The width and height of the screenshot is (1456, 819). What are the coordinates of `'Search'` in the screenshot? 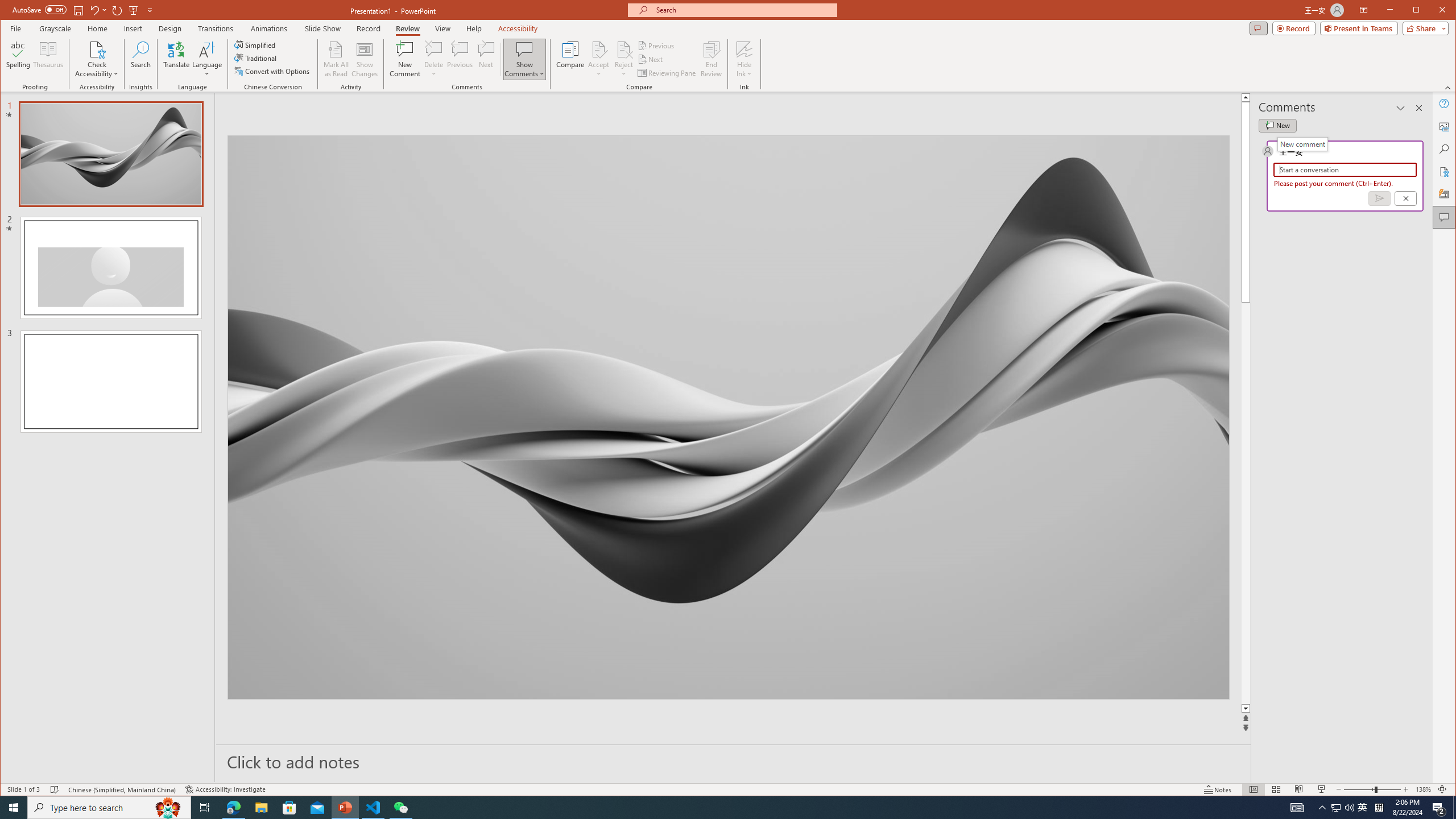 It's located at (141, 59).